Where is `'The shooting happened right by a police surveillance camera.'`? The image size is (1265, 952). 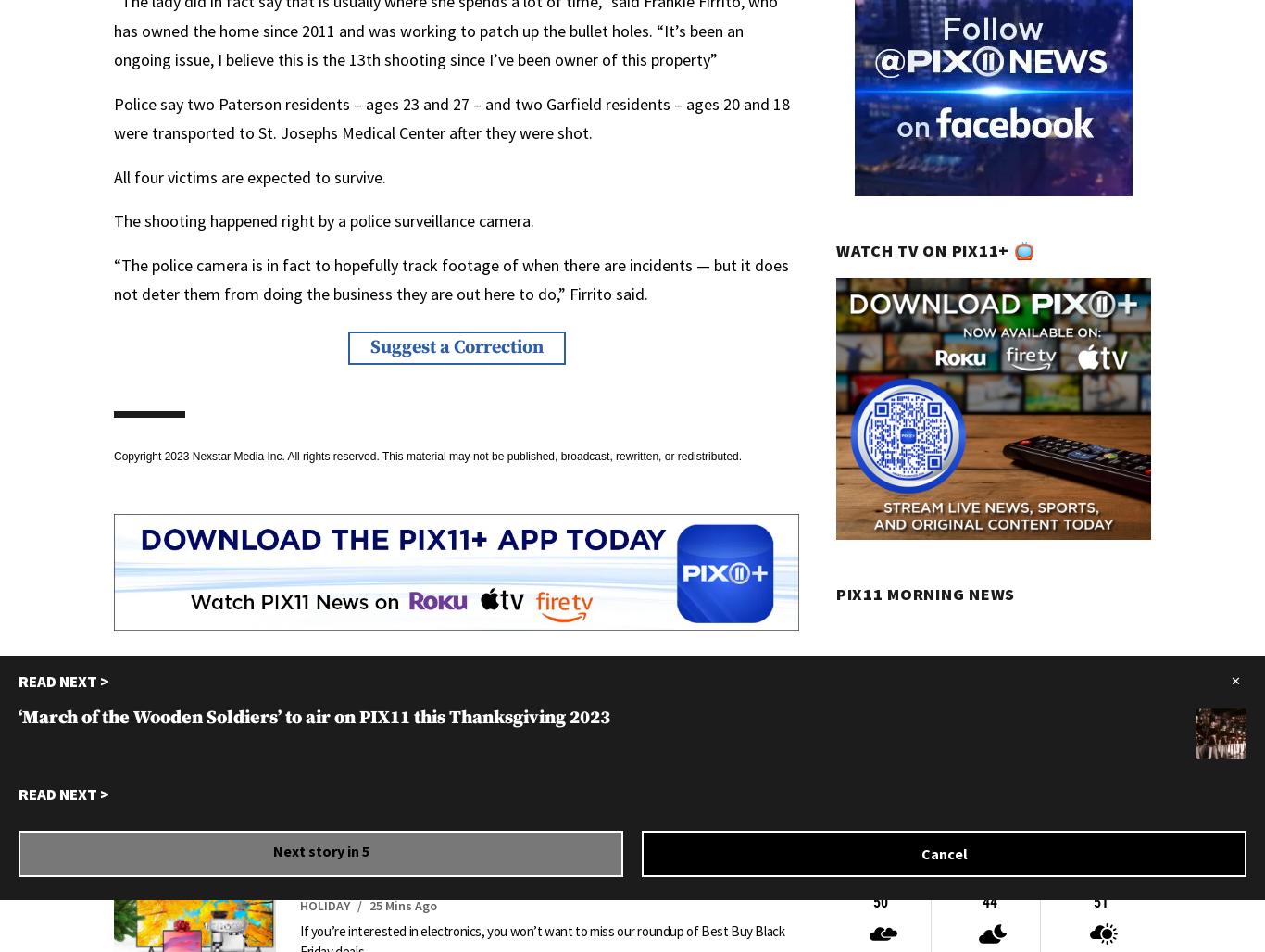
'The shooting happened right by a police surveillance camera.' is located at coordinates (322, 219).